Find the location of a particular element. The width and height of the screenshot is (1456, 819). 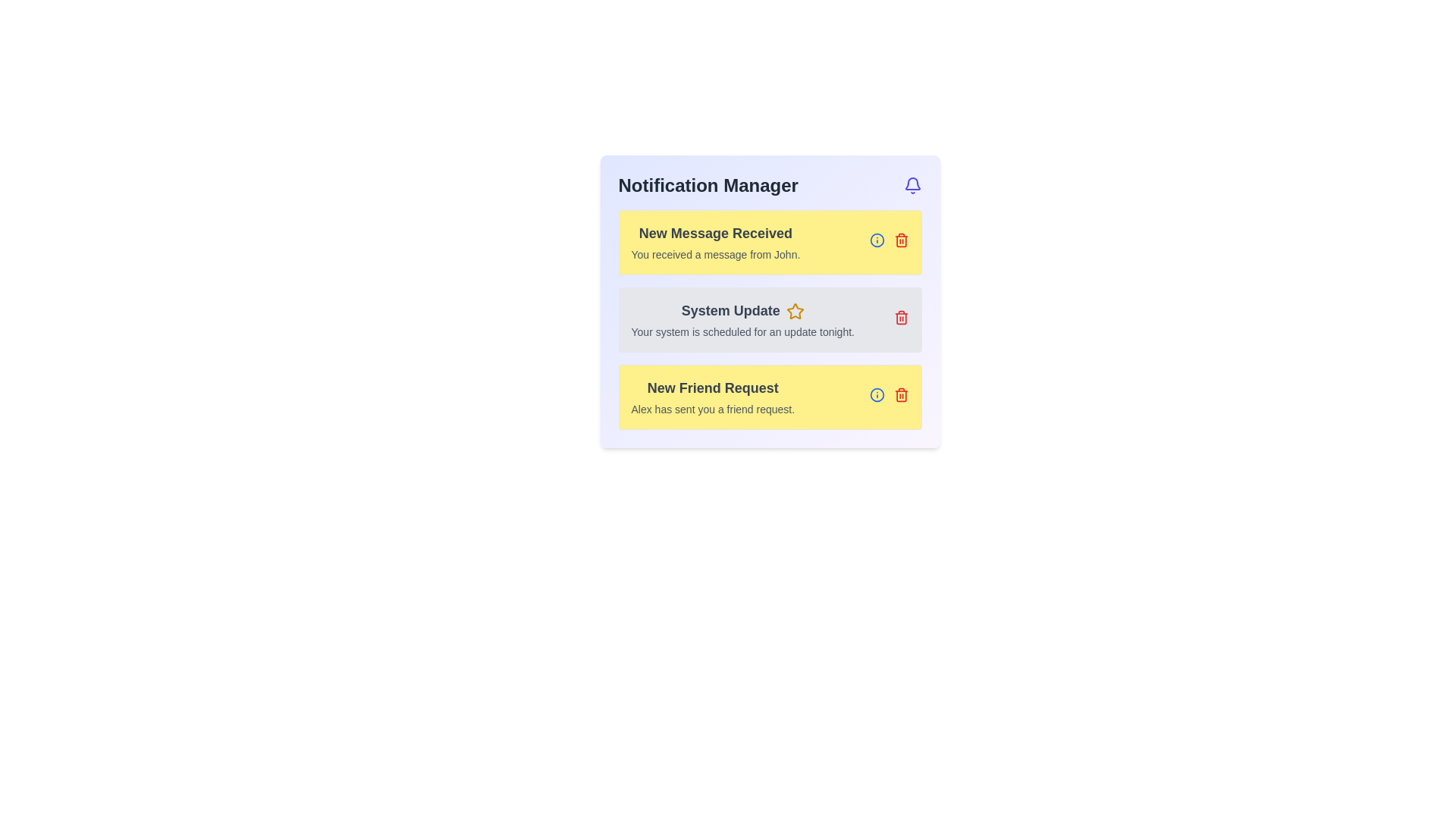

the star icon indicating the rating or favorite status next to the 'System Update' notification is located at coordinates (794, 311).